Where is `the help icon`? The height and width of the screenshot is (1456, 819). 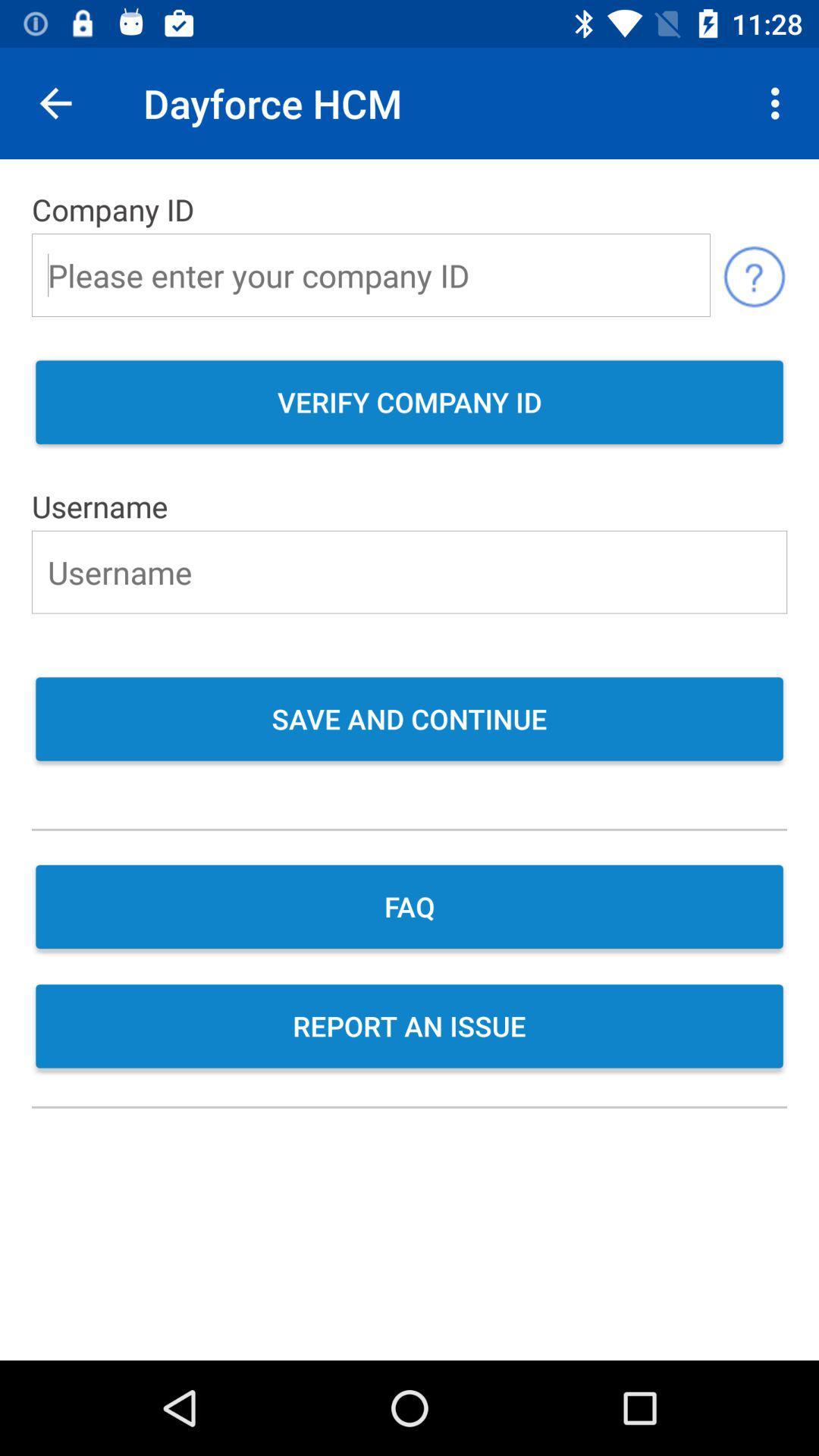 the help icon is located at coordinates (754, 275).